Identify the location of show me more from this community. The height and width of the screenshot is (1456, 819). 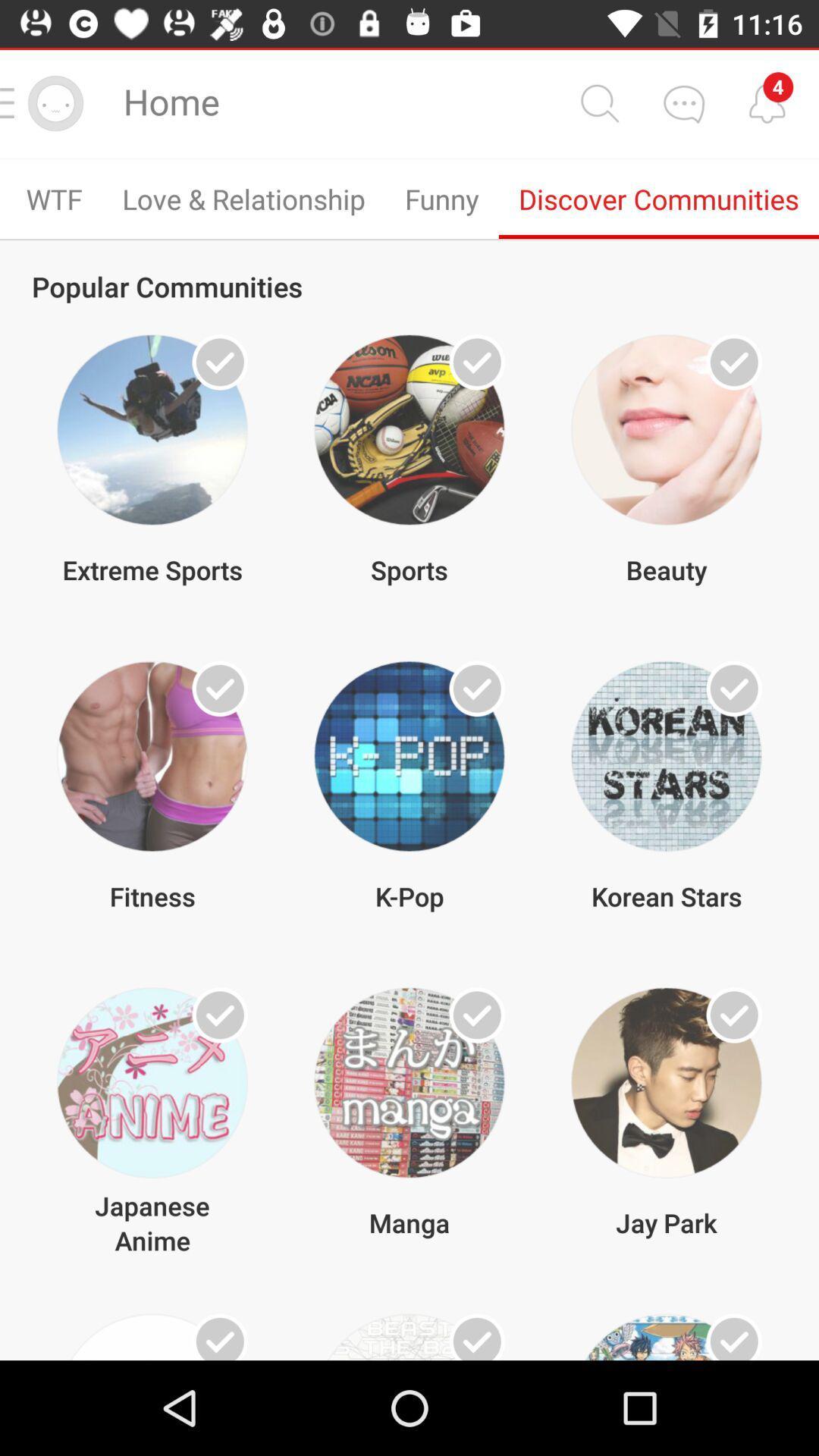
(220, 688).